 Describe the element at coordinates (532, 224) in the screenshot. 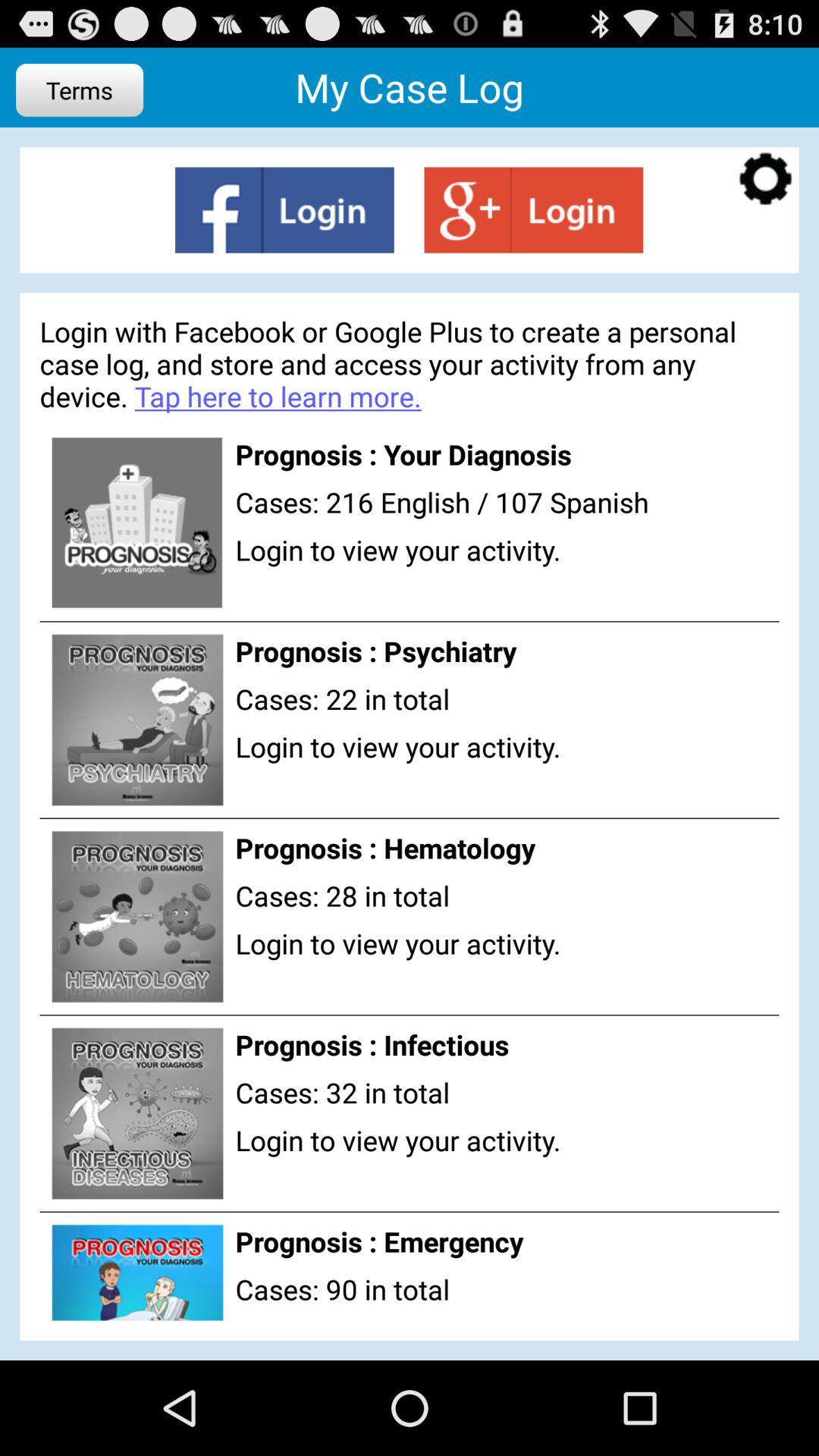

I see `the sliders icon` at that location.